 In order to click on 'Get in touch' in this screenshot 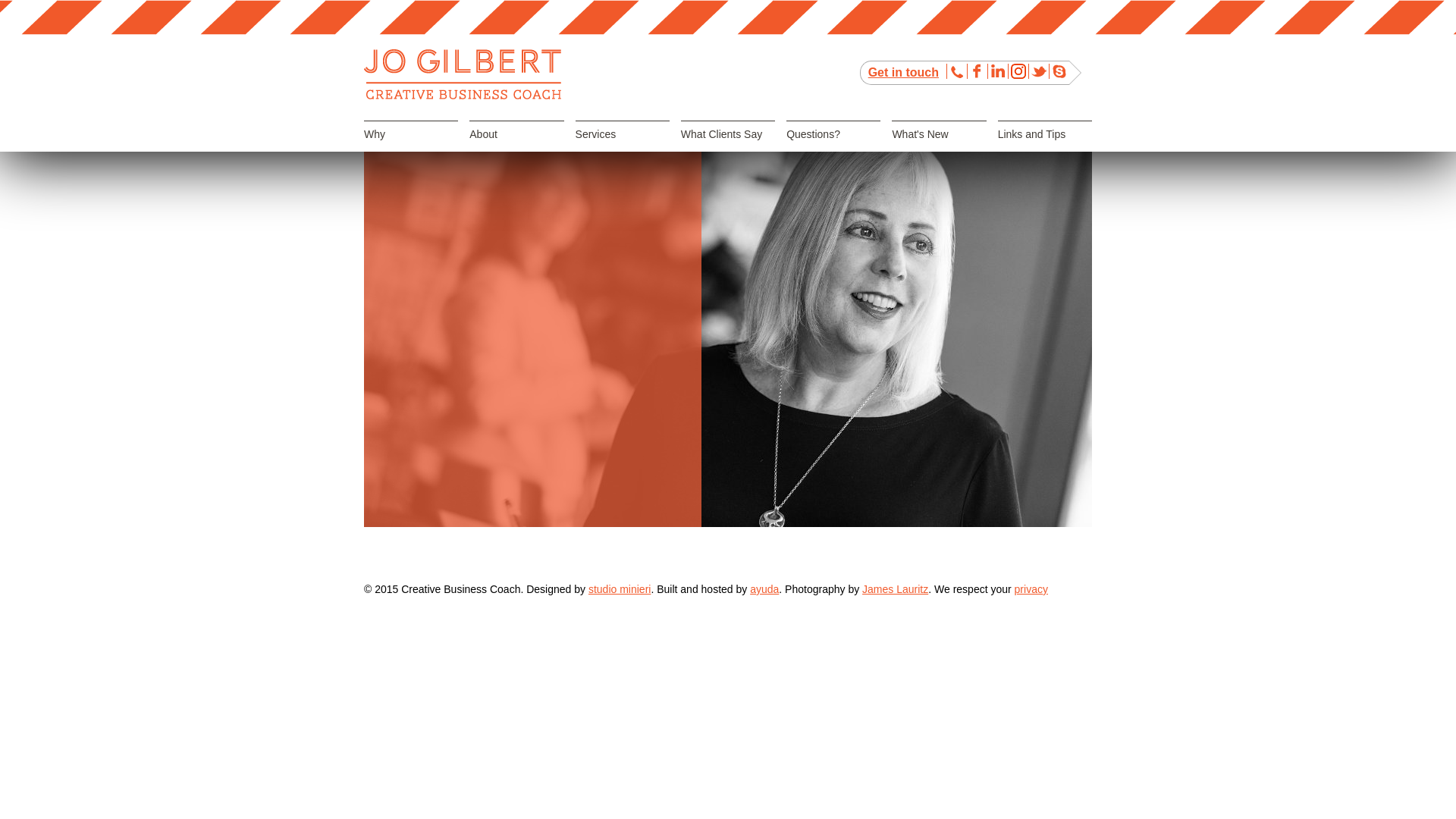, I will do `click(903, 72)`.